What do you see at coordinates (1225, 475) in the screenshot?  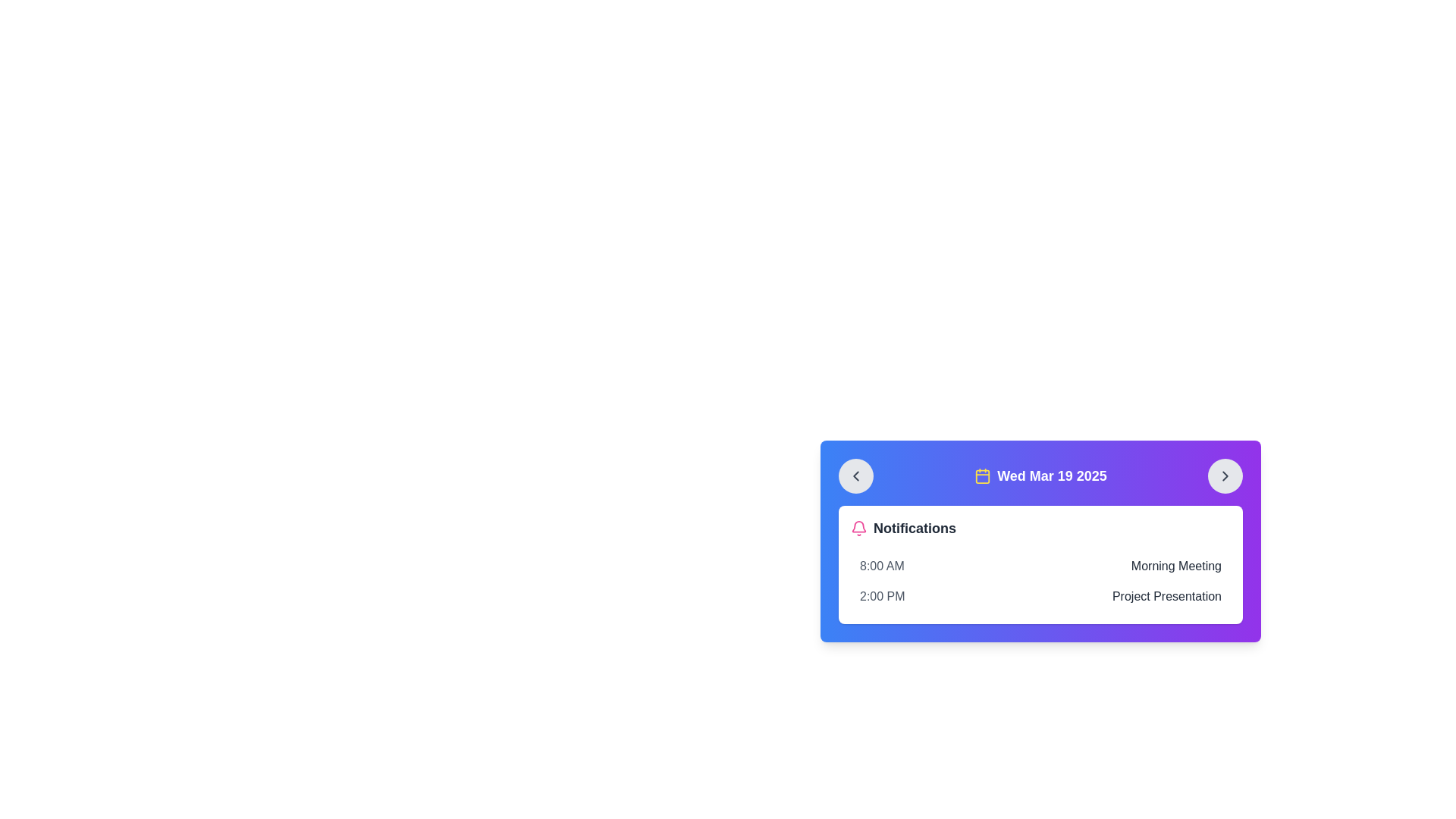 I see `the rightward navigational icon located in the top-right corner of the widget with a purple gradient header` at bounding box center [1225, 475].